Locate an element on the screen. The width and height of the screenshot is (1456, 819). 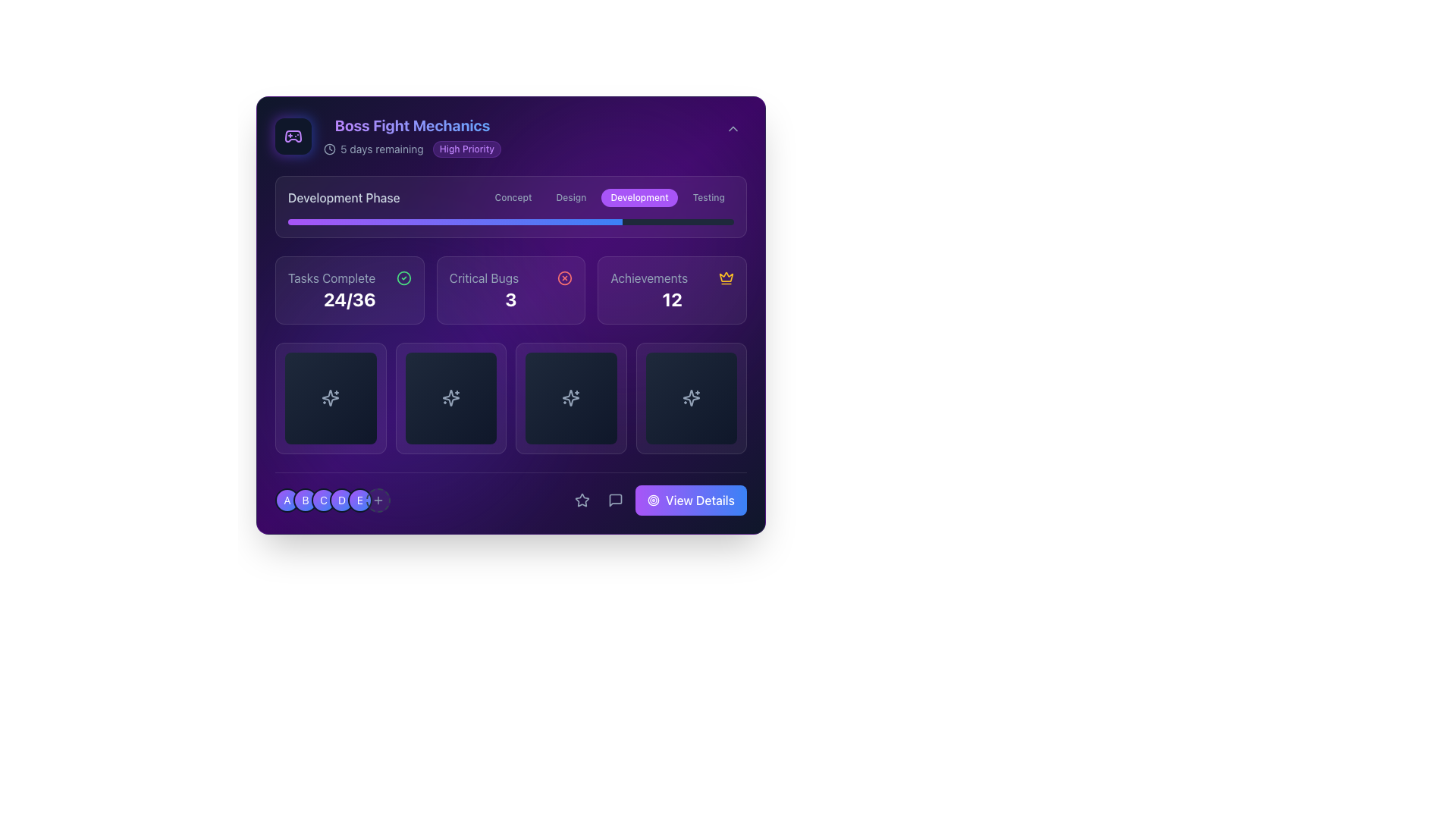
the prominent rounded rectangle button labeled 'Development' with a purple background is located at coordinates (639, 197).